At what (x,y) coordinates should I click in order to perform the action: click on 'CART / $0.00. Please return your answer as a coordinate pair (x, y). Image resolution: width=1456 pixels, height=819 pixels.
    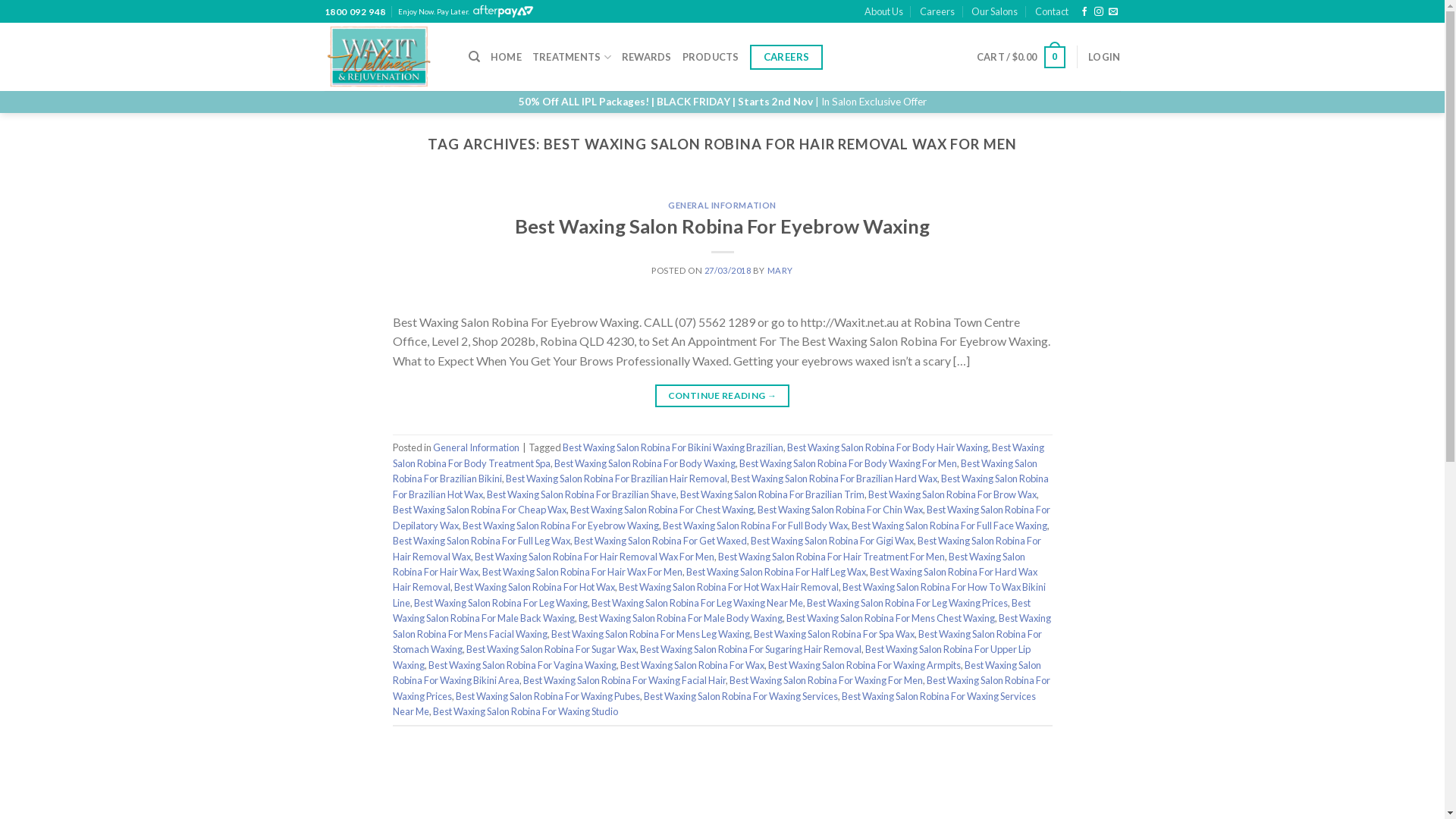
    Looking at the image, I should click on (976, 57).